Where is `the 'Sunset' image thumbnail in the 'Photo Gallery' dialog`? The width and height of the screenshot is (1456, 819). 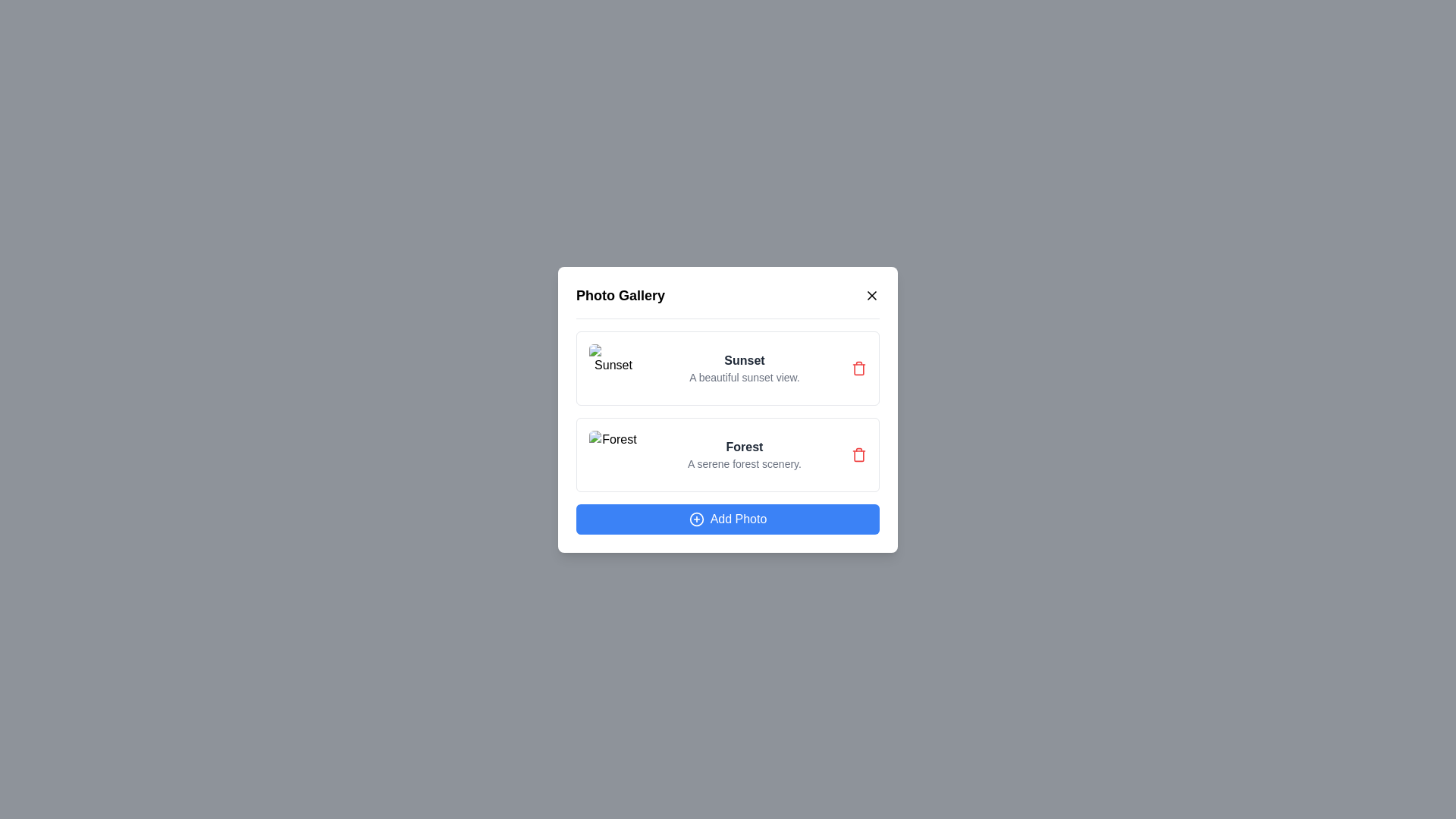 the 'Sunset' image thumbnail in the 'Photo Gallery' dialog is located at coordinates (613, 368).